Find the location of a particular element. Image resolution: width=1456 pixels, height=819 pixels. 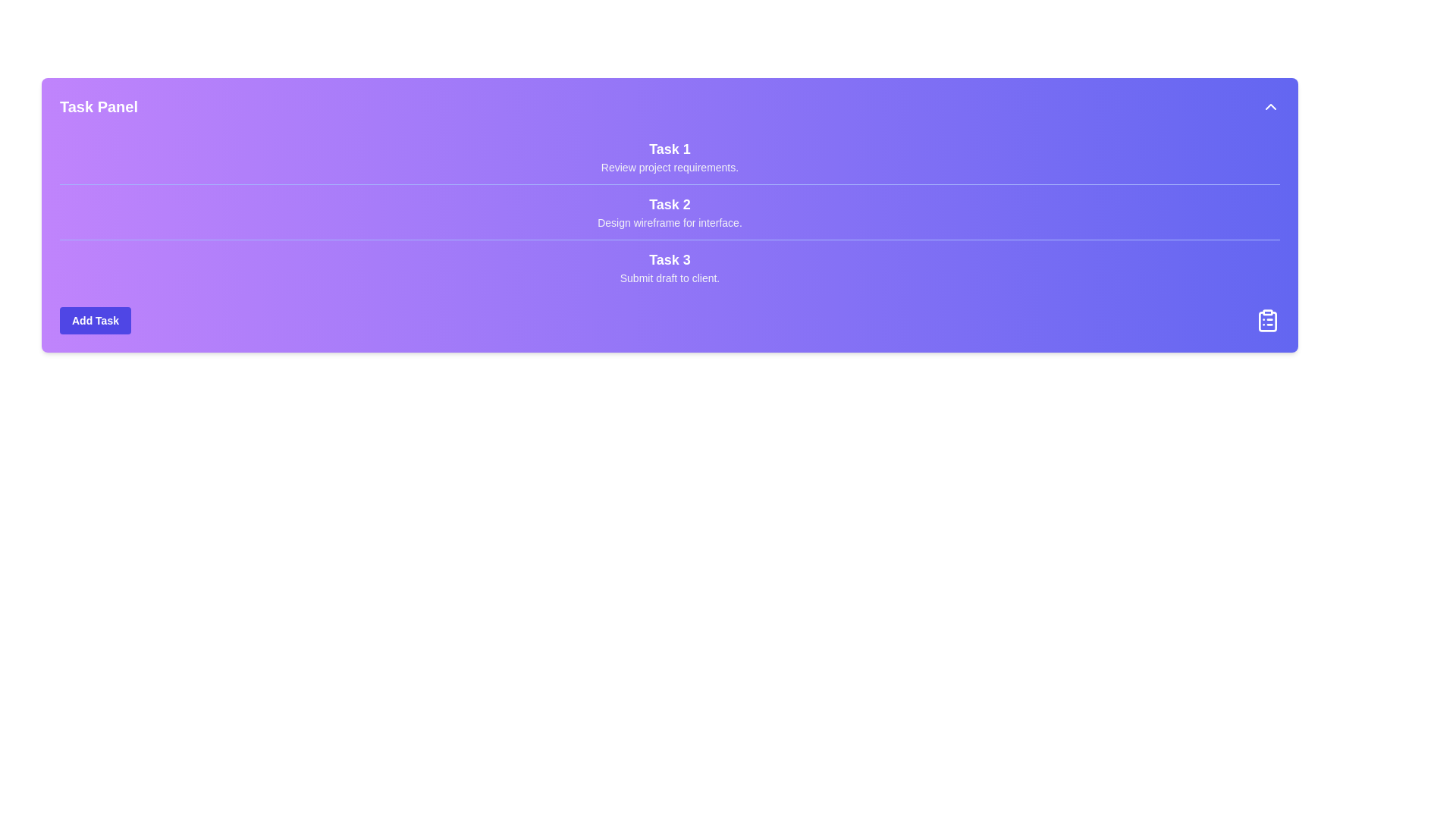

the task management icon located at the far right of the task management panel is located at coordinates (1267, 320).